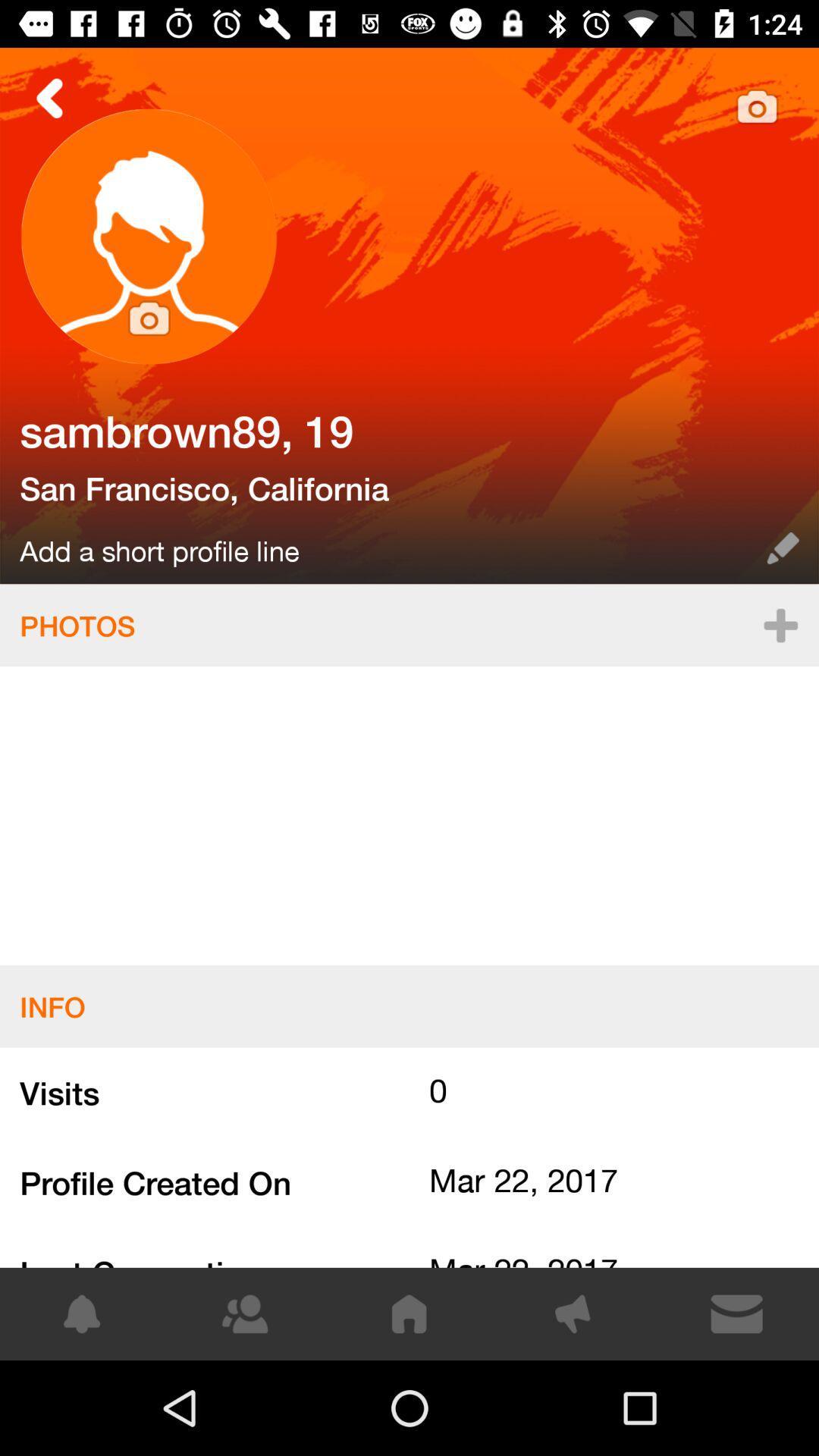 The width and height of the screenshot is (819, 1456). What do you see at coordinates (783, 548) in the screenshot?
I see `item next to add a short item` at bounding box center [783, 548].